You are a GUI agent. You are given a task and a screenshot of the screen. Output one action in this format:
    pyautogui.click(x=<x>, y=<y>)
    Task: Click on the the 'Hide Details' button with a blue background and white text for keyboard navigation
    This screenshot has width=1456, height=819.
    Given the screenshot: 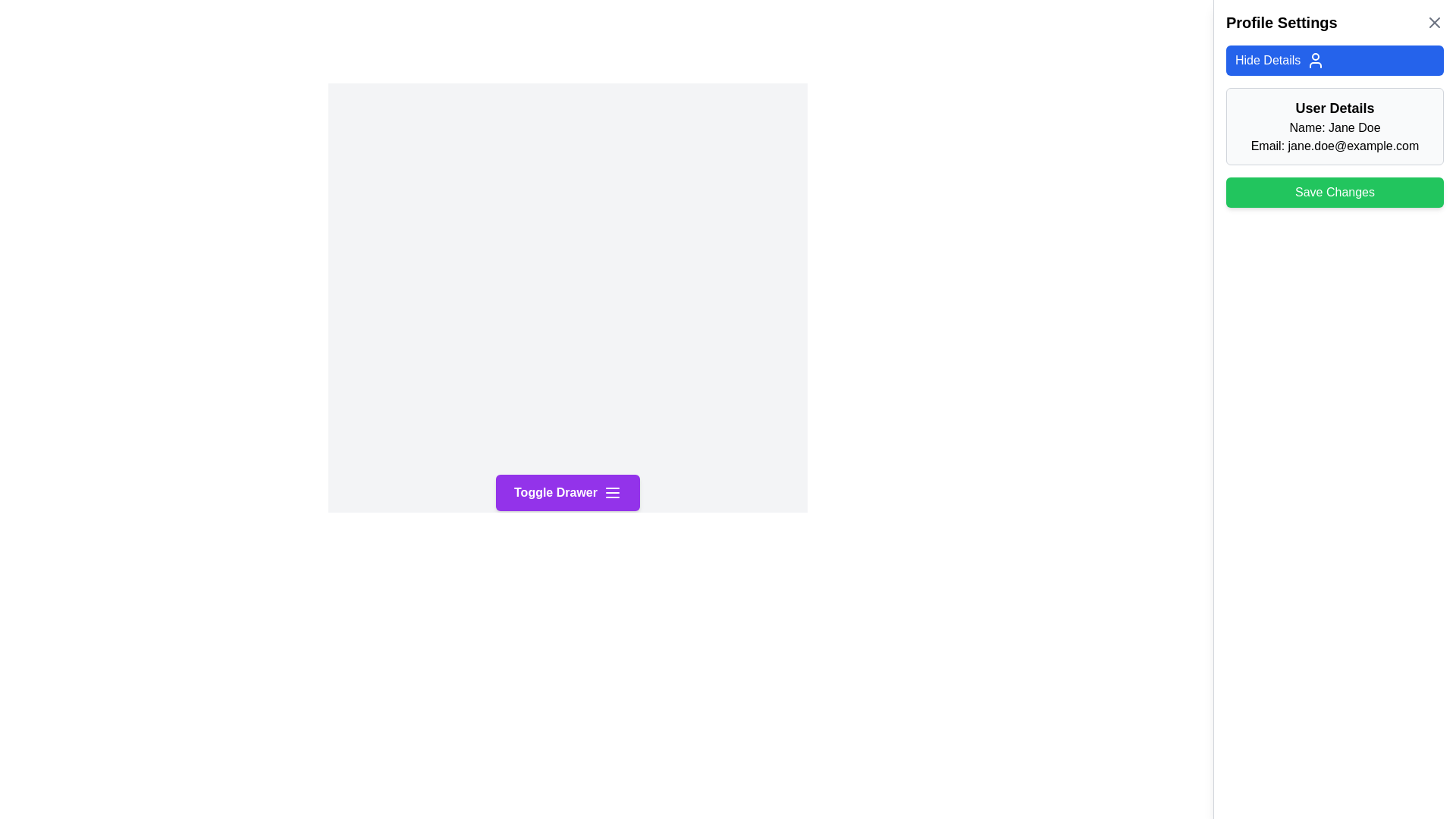 What is the action you would take?
    pyautogui.click(x=1335, y=60)
    